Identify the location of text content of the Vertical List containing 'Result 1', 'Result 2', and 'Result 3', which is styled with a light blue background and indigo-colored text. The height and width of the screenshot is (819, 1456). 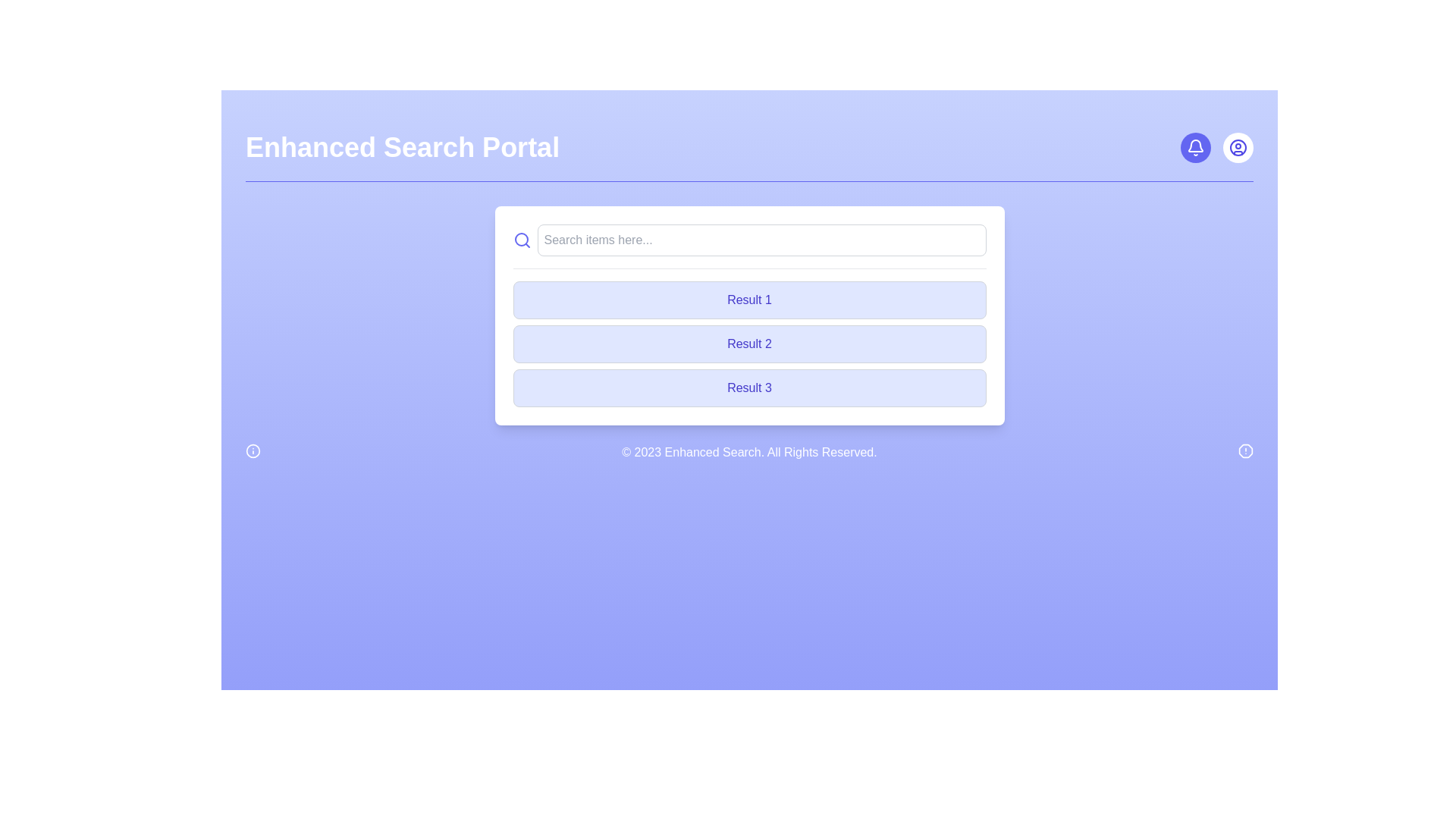
(749, 344).